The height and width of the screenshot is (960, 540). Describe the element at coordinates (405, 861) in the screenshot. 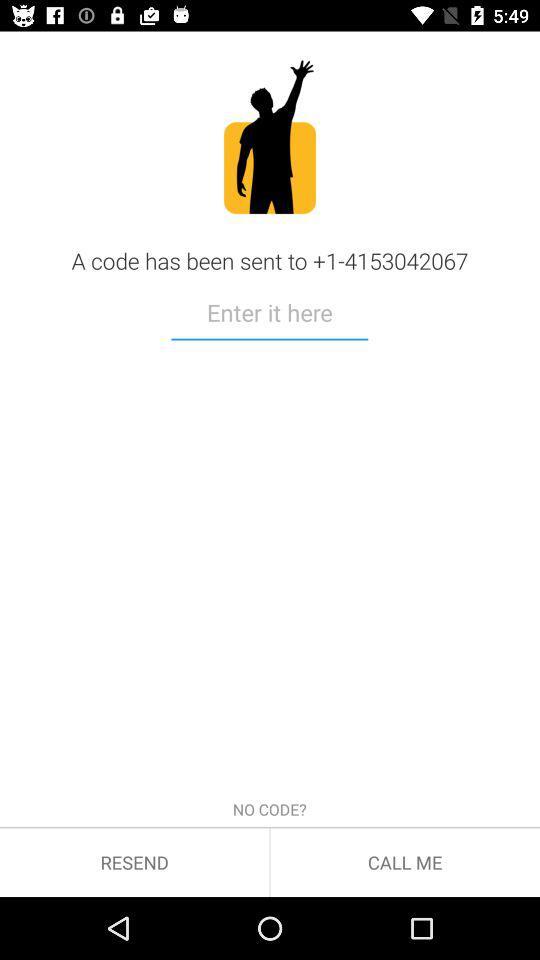

I see `the call me item` at that location.